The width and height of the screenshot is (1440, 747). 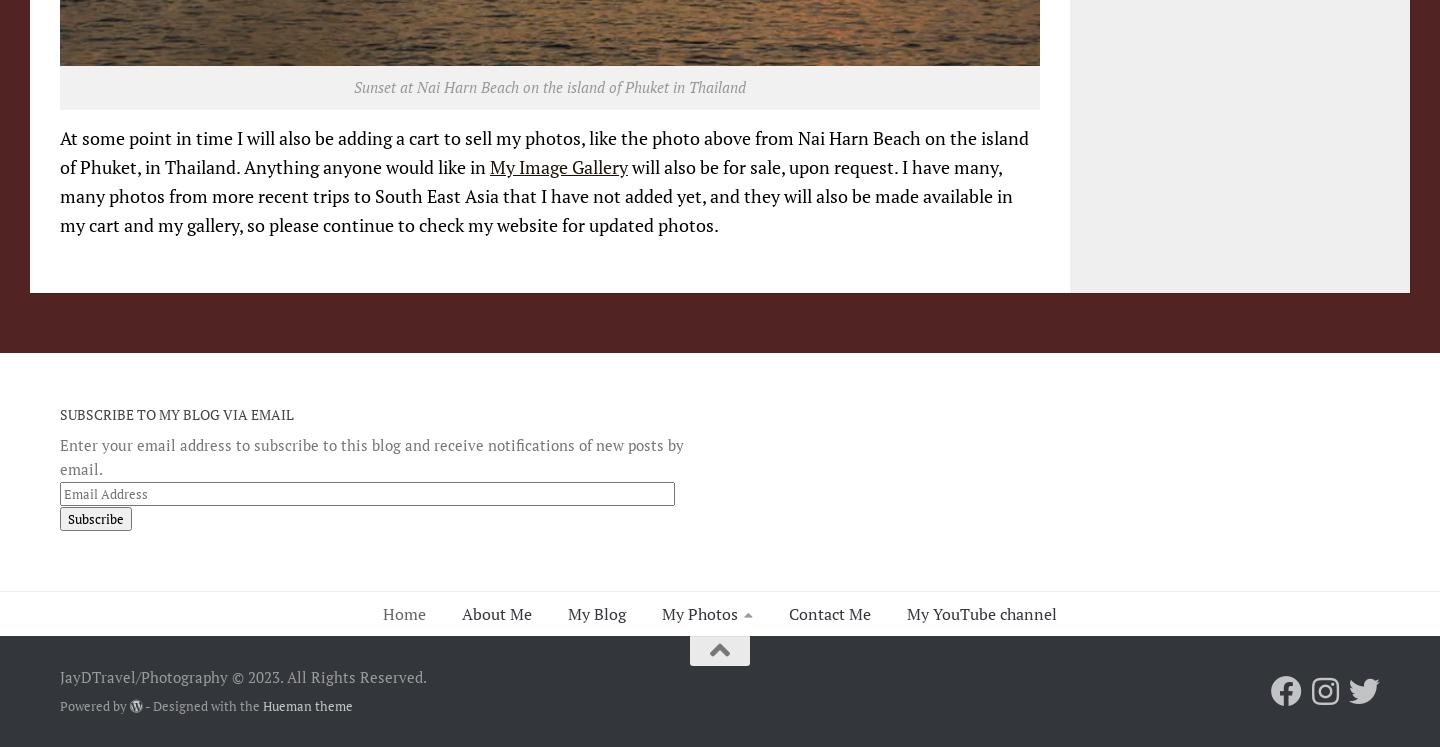 What do you see at coordinates (370, 455) in the screenshot?
I see `'Enter your email address to subscribe to this blog and receive notifications of new posts by email.'` at bounding box center [370, 455].